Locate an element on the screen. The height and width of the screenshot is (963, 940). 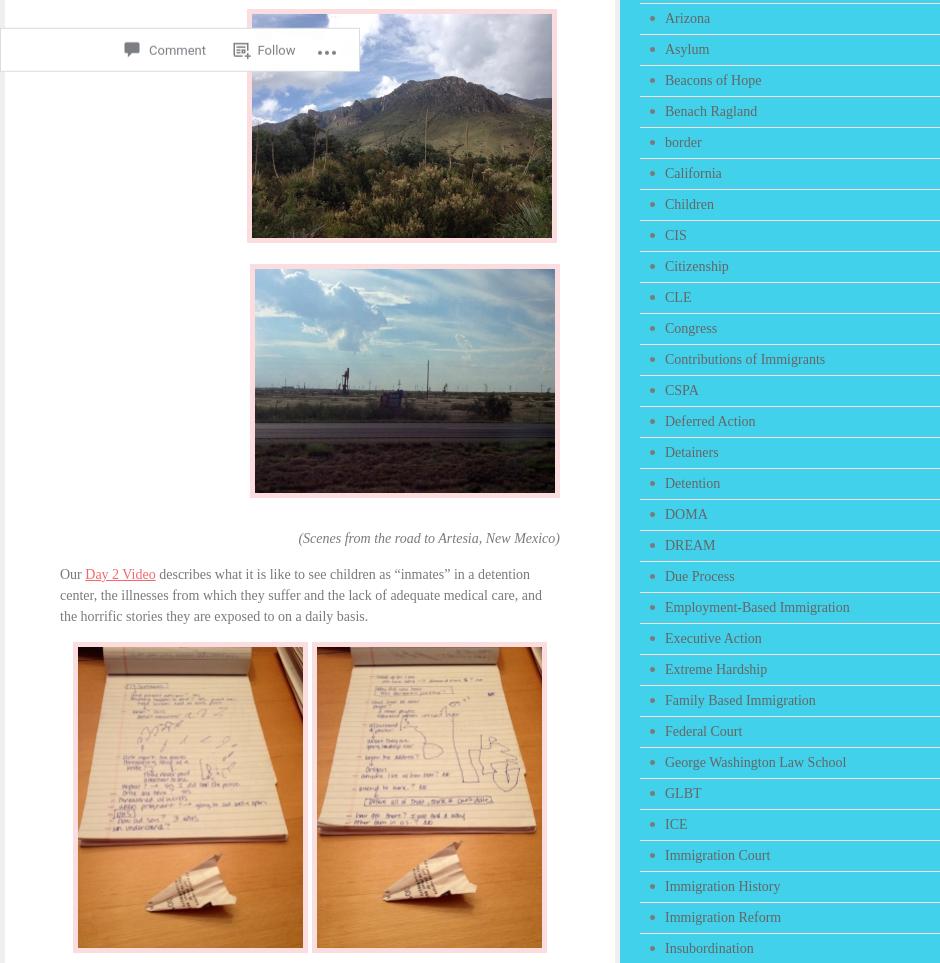
'Due Process' is located at coordinates (698, 576).